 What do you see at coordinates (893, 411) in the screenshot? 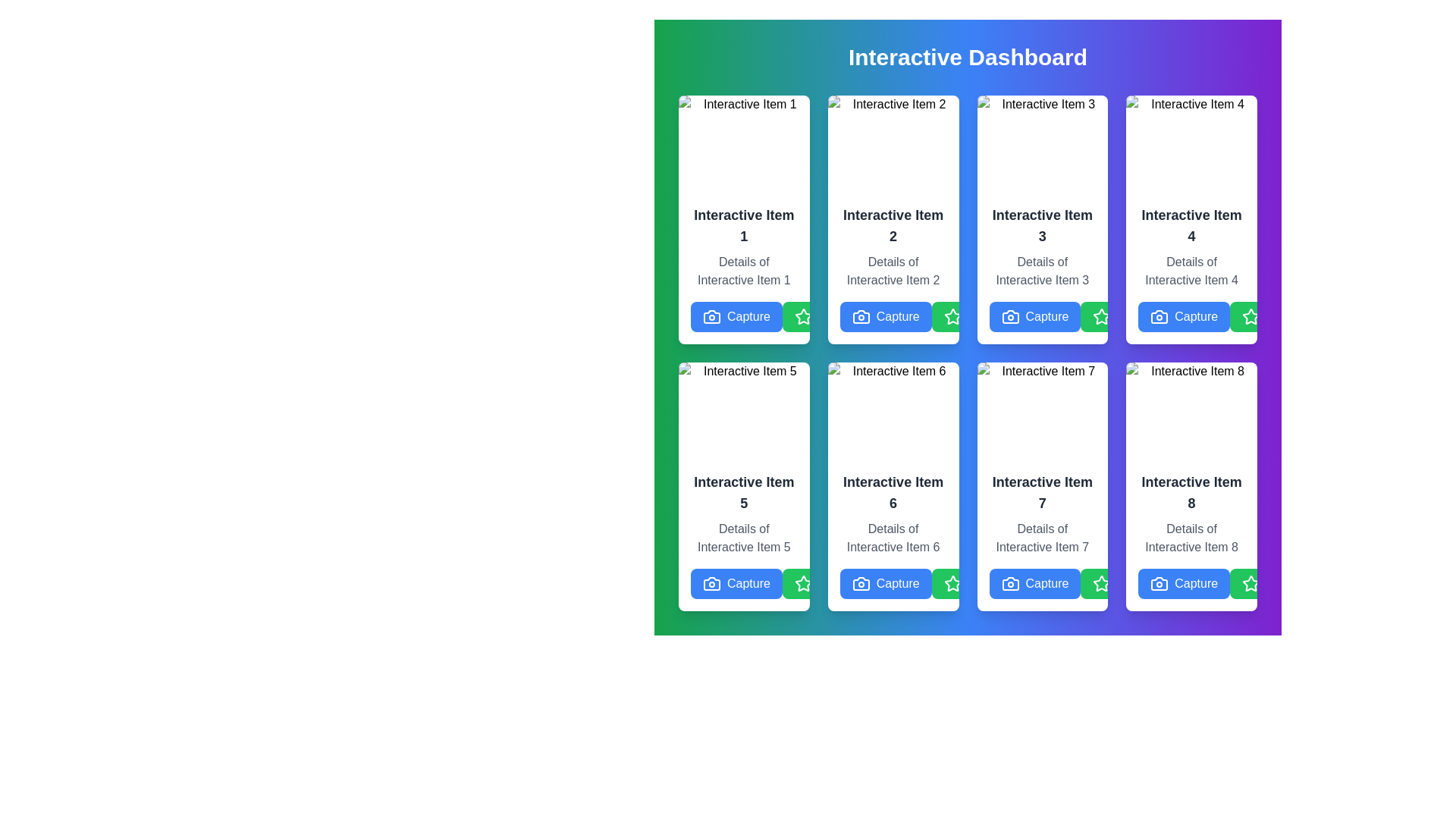
I see `image labeled 'Item 6' which is displayed in the top section of the card titled 'Interactive Item 6' located in the second row and second column of the grid layout` at bounding box center [893, 411].